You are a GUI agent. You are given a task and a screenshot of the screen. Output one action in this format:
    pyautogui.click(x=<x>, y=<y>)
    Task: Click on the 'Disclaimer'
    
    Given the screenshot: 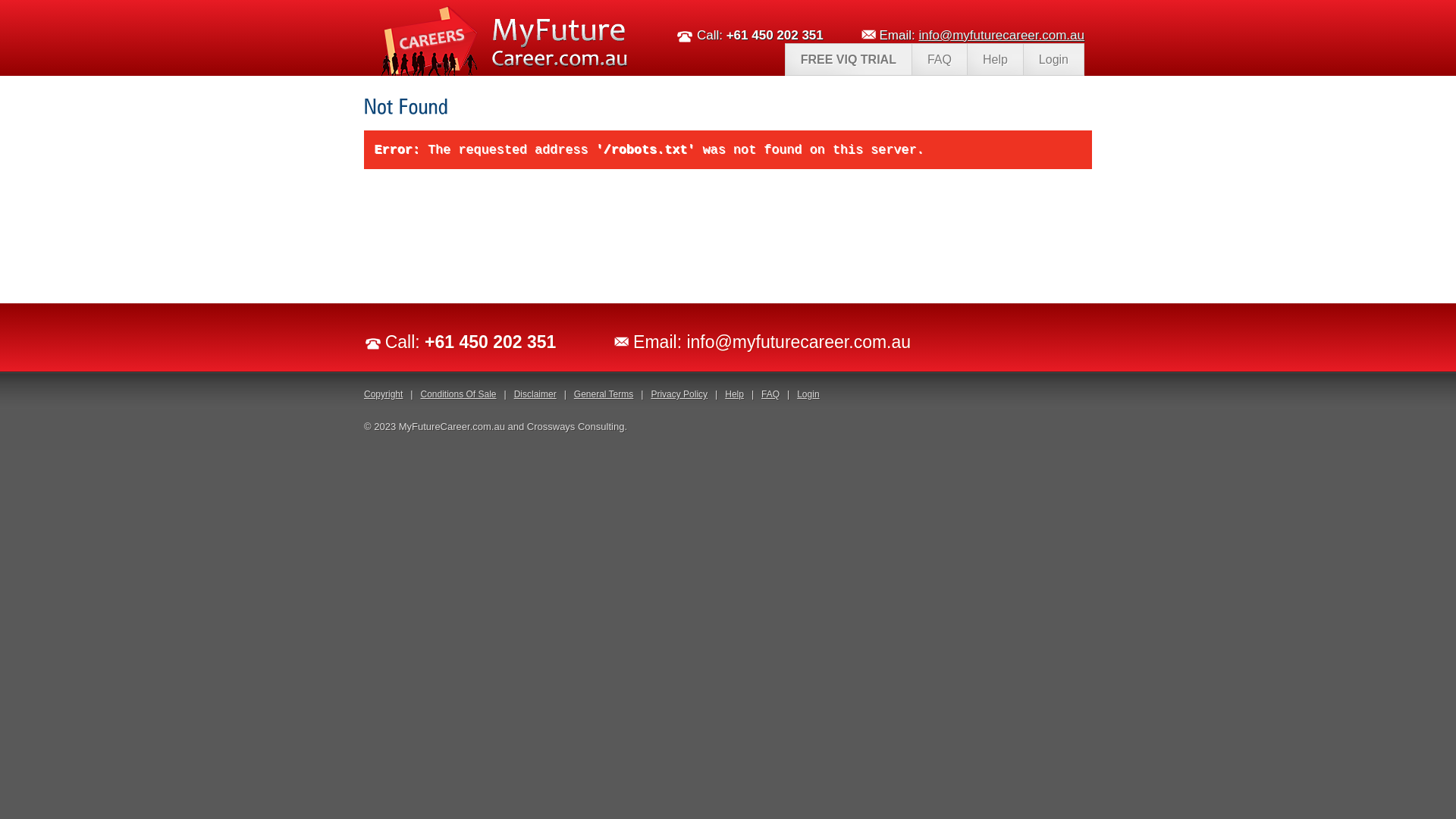 What is the action you would take?
    pyautogui.click(x=513, y=394)
    